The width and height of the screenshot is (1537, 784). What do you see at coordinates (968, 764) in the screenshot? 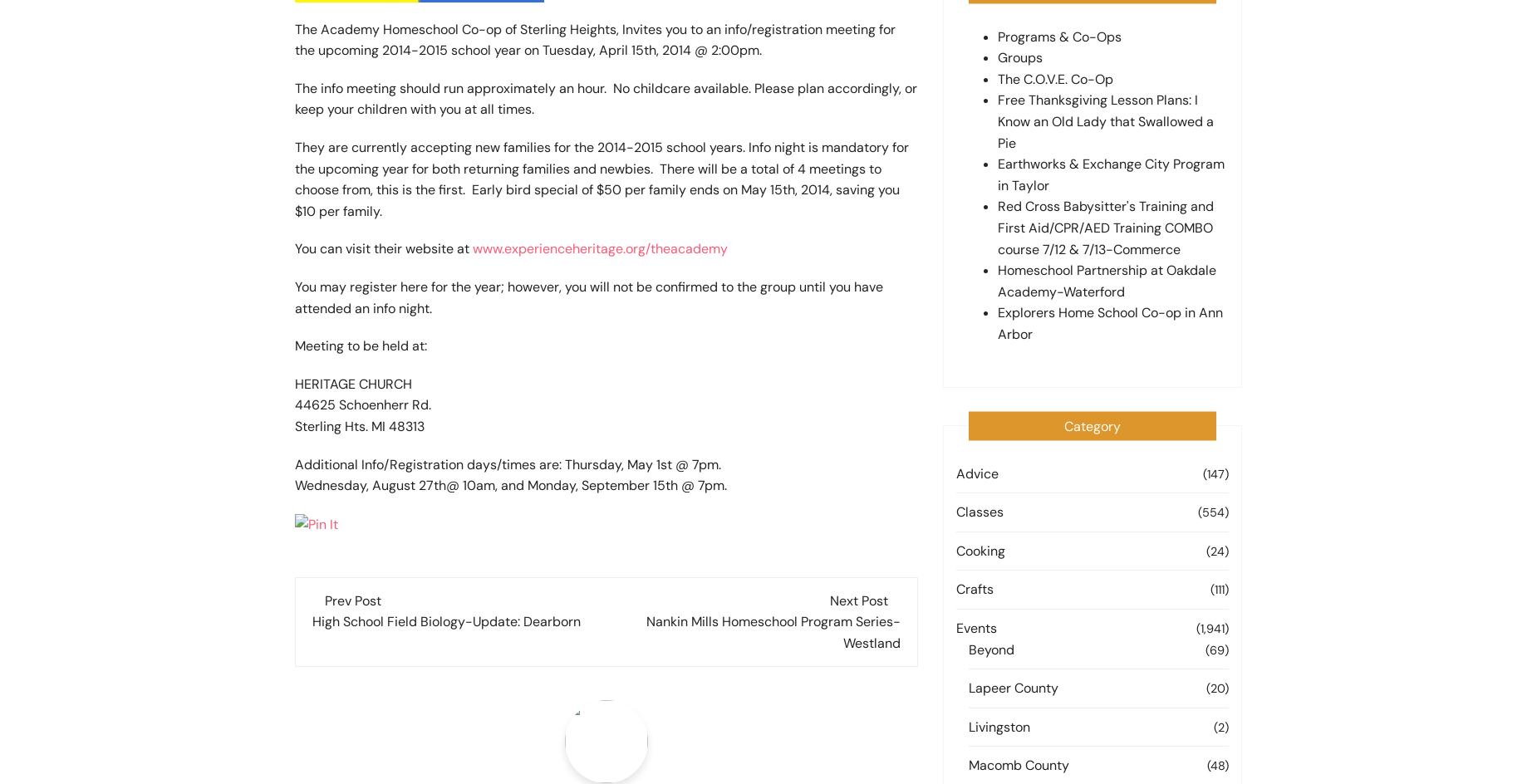
I see `'Macomb County'` at bounding box center [968, 764].